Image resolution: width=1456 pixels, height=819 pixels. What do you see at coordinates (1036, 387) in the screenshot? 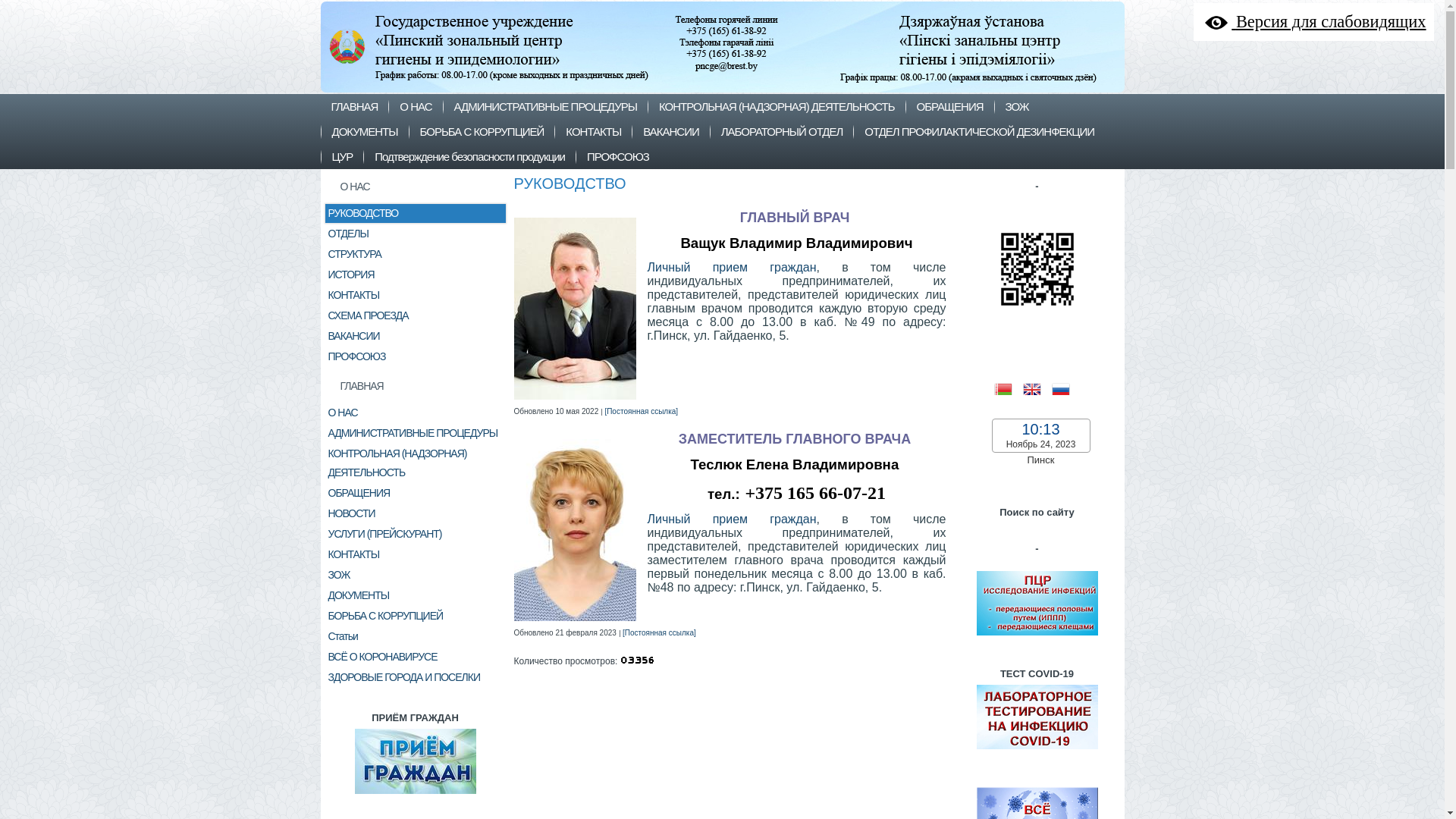
I see `'English'` at bounding box center [1036, 387].